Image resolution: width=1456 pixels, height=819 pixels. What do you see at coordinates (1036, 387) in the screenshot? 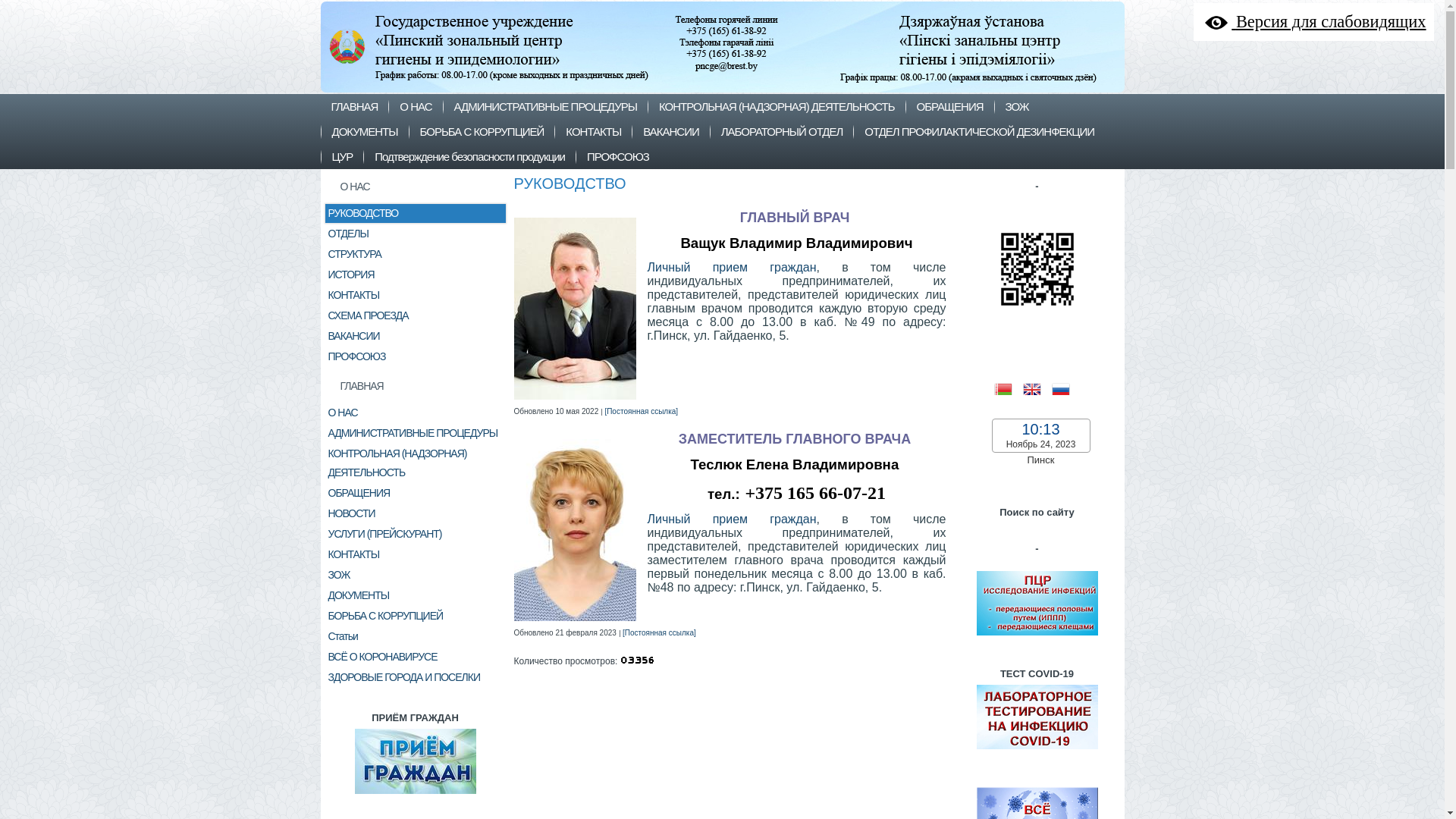
I see `'English'` at bounding box center [1036, 387].